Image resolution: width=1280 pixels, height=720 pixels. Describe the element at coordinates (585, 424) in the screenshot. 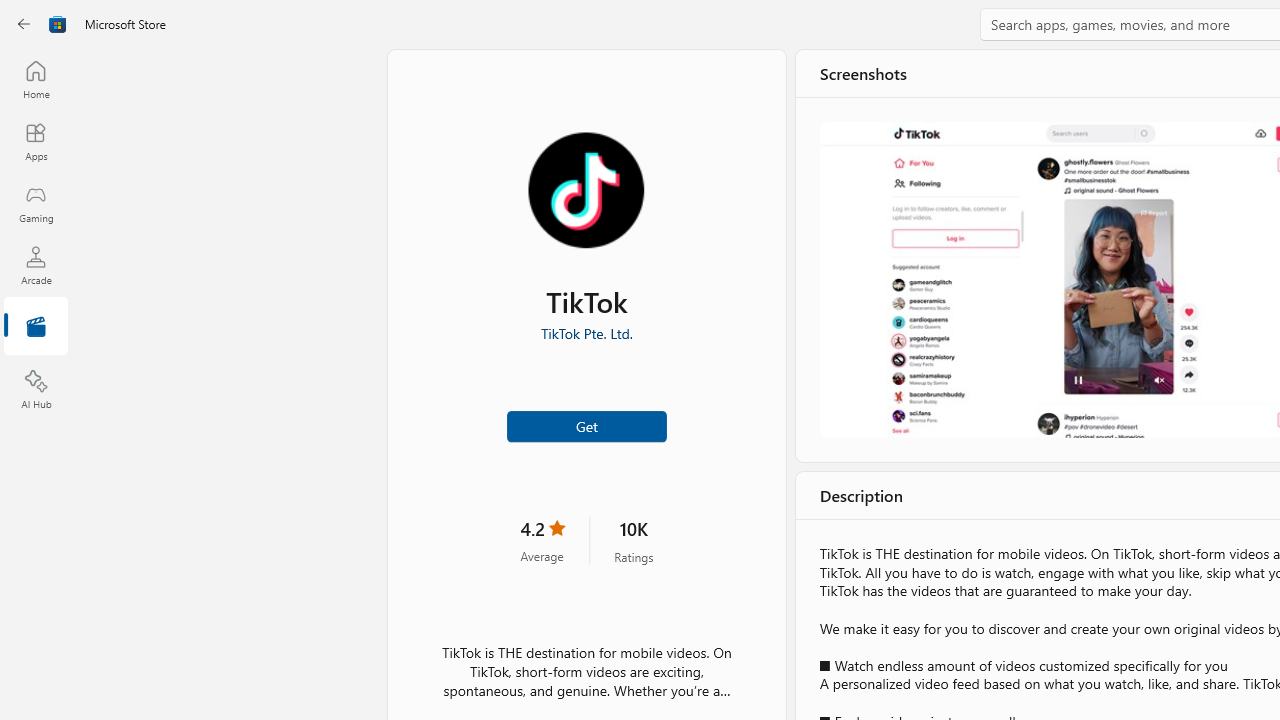

I see `'Get'` at that location.